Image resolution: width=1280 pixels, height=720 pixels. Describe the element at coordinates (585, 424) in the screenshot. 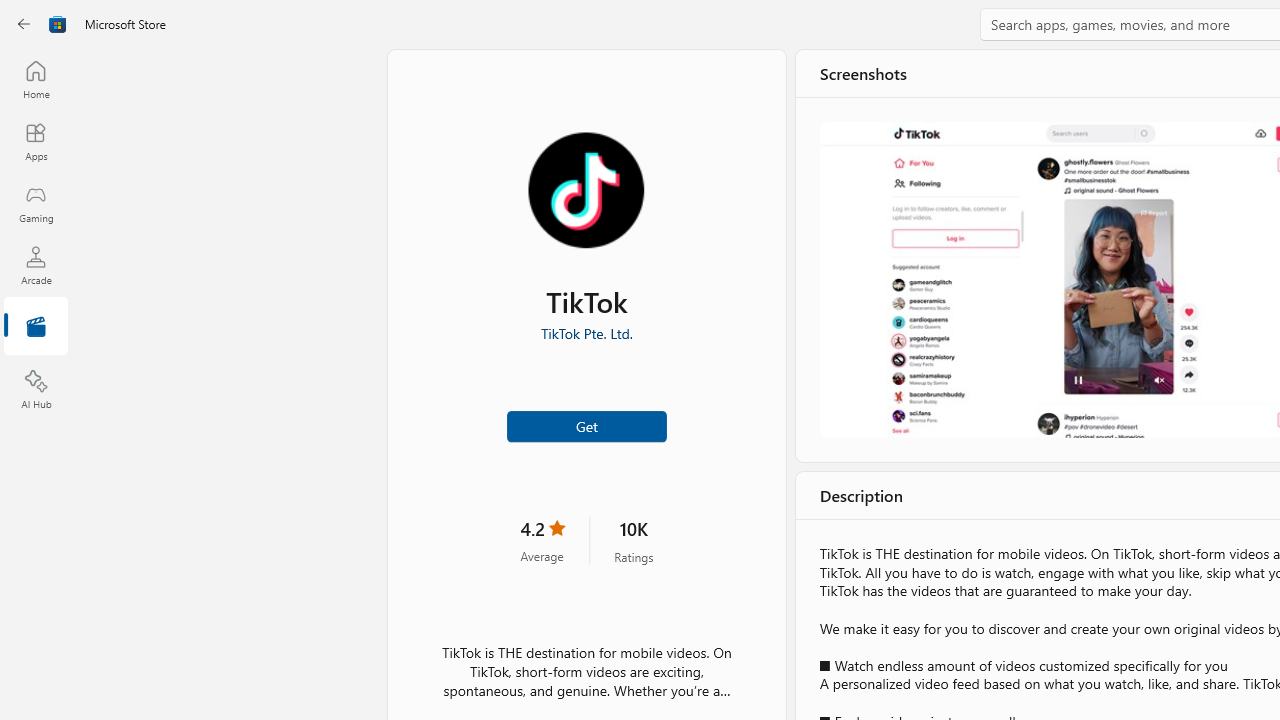

I see `'Get'` at that location.